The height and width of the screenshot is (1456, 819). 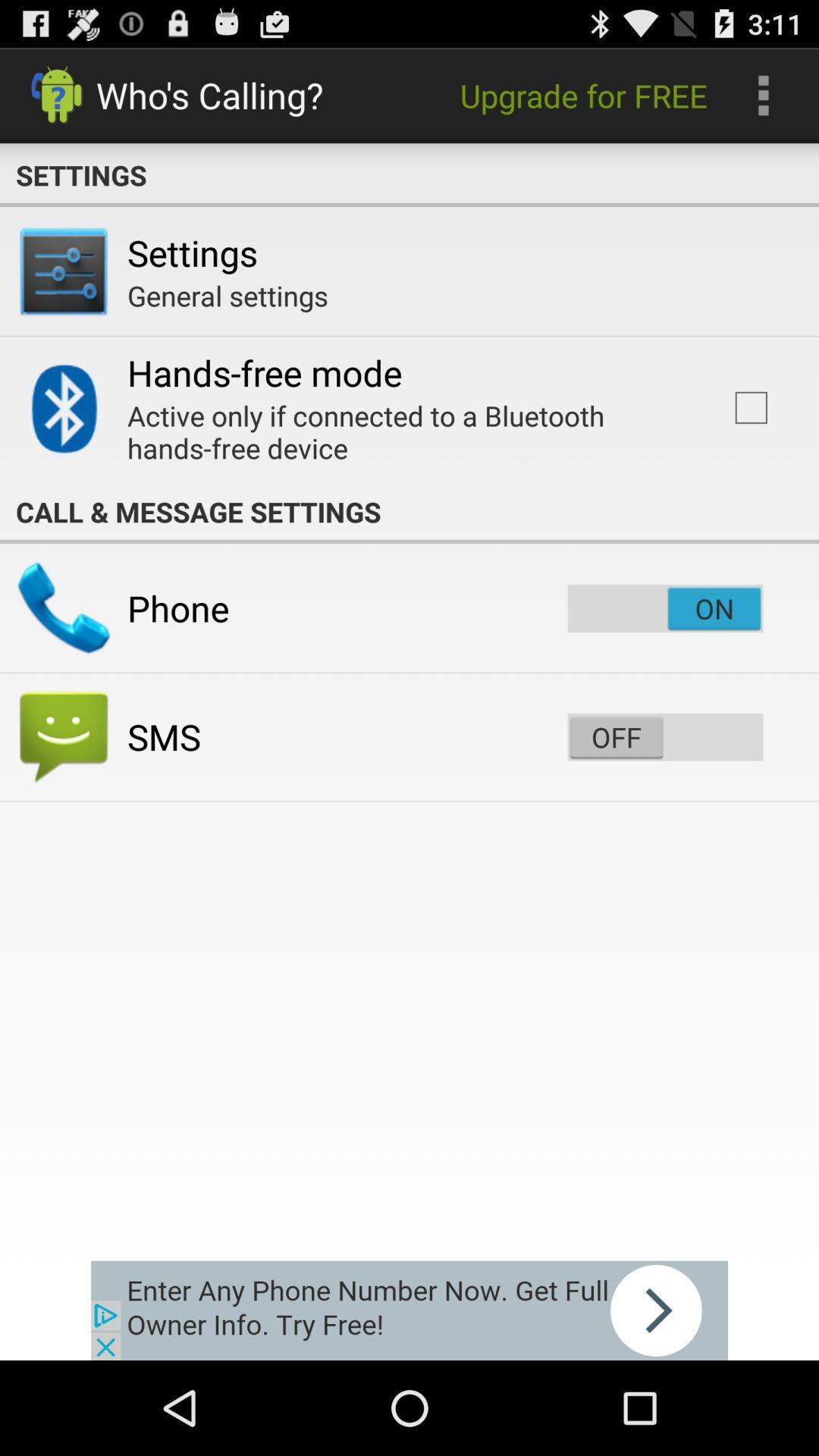 I want to click on phone on of button, so click(x=664, y=608).